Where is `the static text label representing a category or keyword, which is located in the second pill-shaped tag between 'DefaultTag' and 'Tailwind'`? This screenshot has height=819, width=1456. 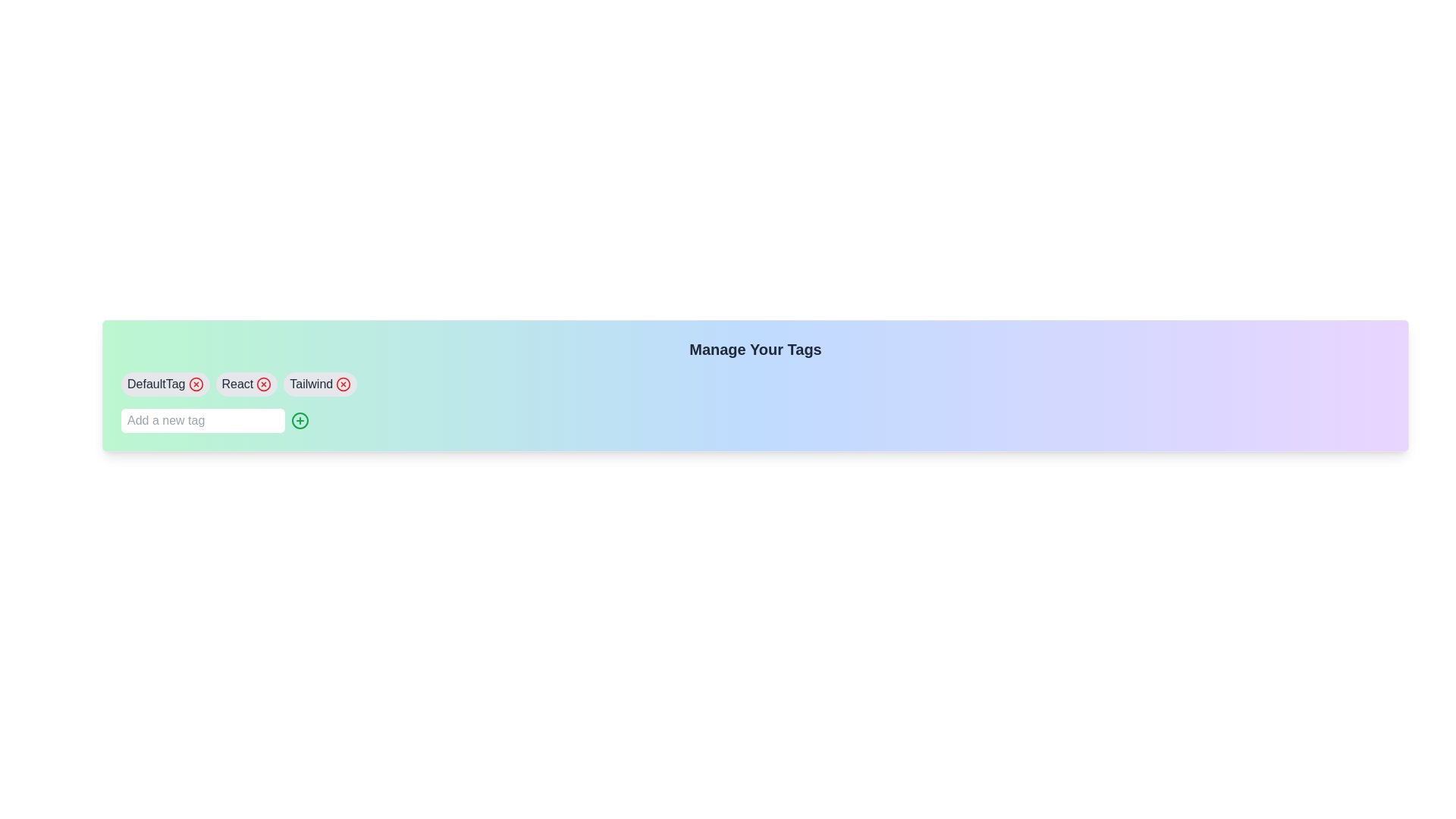
the static text label representing a category or keyword, which is located in the second pill-shaped tag between 'DefaultTag' and 'Tailwind' is located at coordinates (237, 383).